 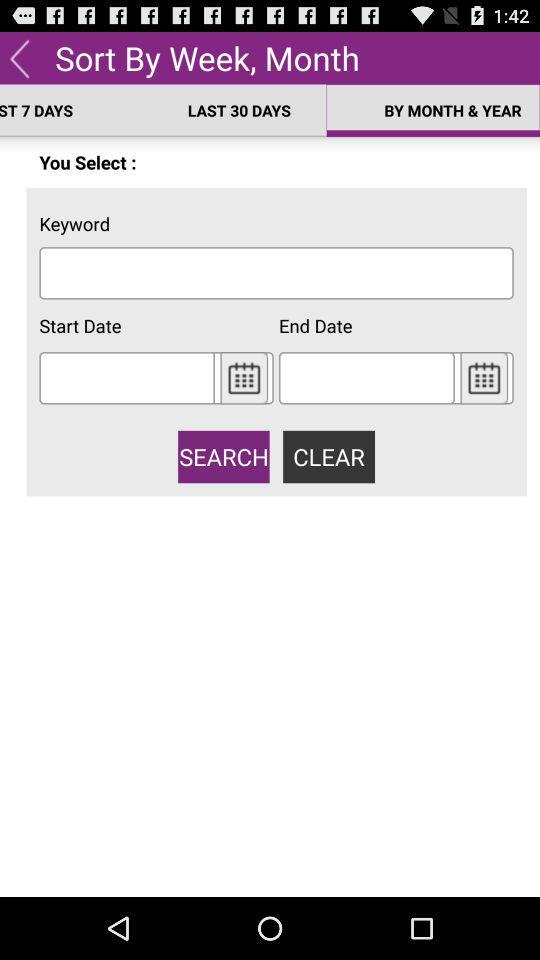 I want to click on go back, so click(x=18, y=56).